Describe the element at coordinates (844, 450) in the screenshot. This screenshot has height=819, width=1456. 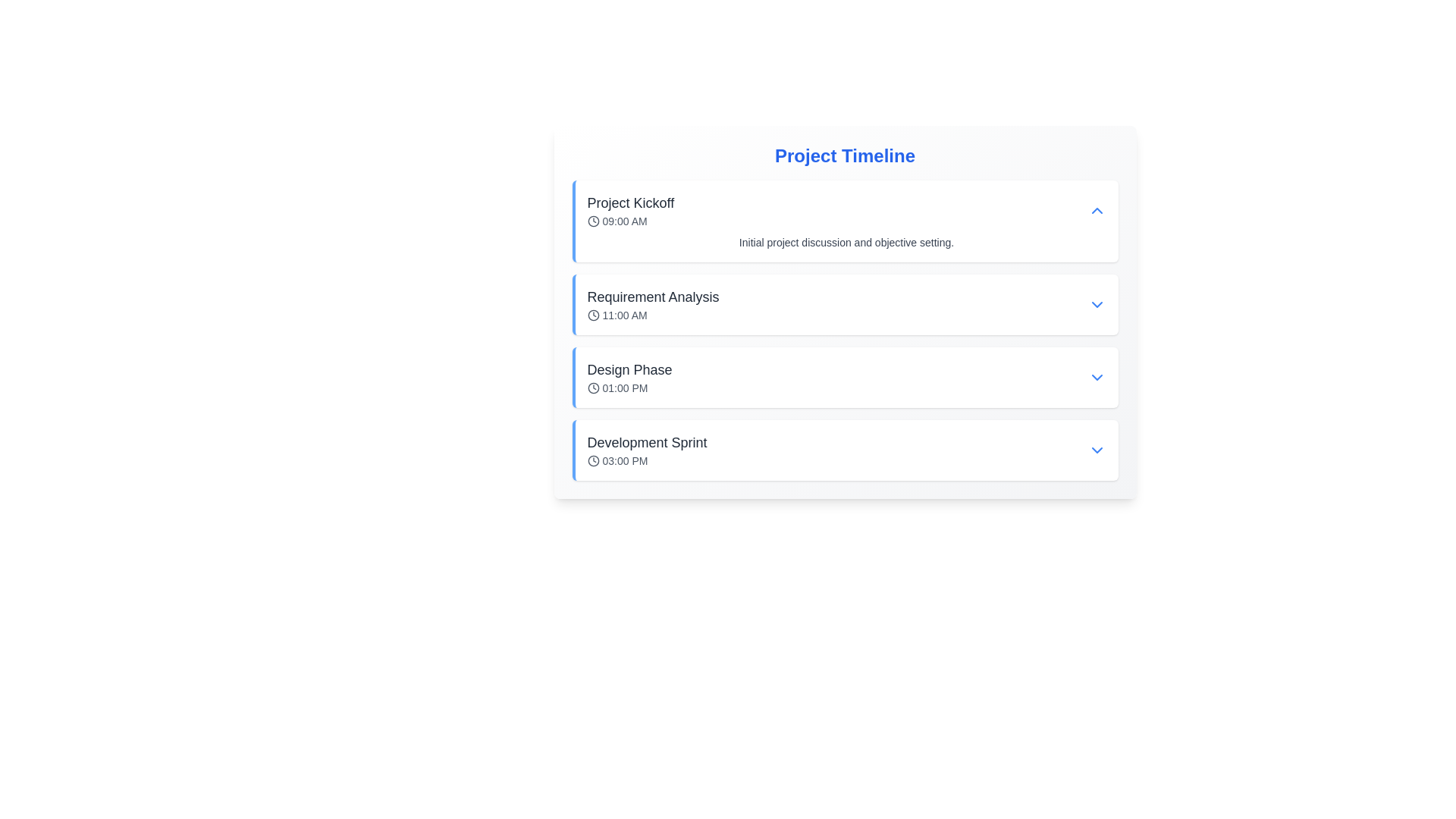
I see `the 'Development Sprint' collapsible list item` at that location.